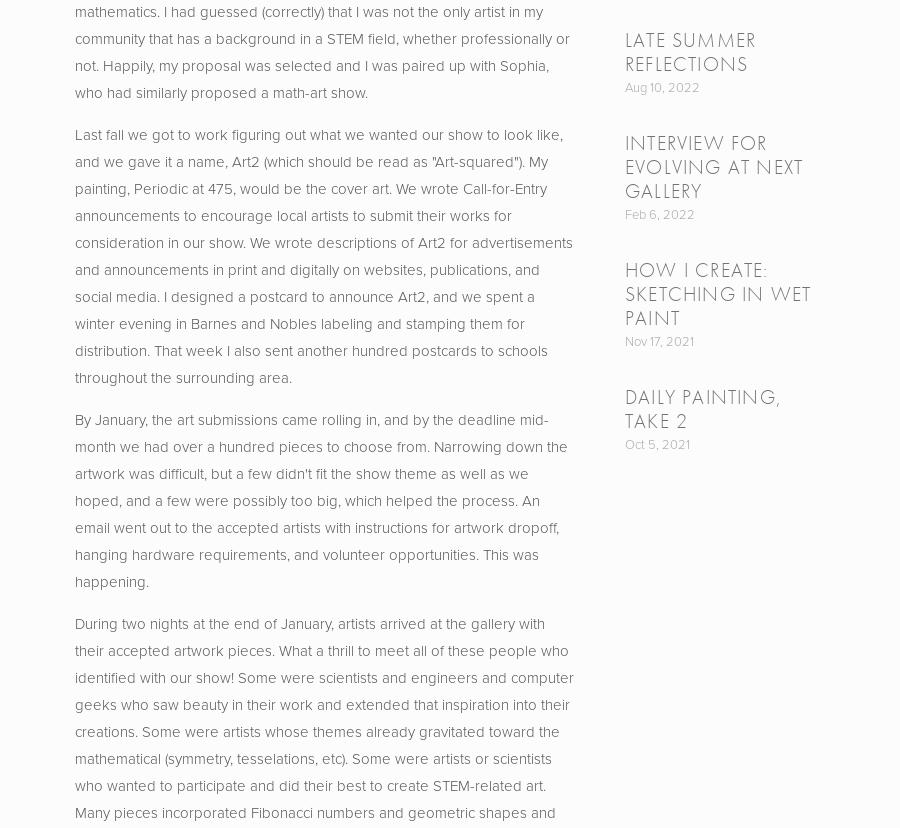 This screenshot has height=828, width=900. What do you see at coordinates (320, 500) in the screenshot?
I see `'By January, the art submissions came rolling in, and by the deadline mid-month we had over a hundred pieces to choose from. Narrowing down the artwork was difficult, but a few didn't fit the show theme as well as we hoped, and a few were possibly too big, which helped the process. An email went out to the accepted artists with instructions for artwork dropoff, hanging hardware requirements, and volunteer opportunities. This was happening.'` at bounding box center [320, 500].